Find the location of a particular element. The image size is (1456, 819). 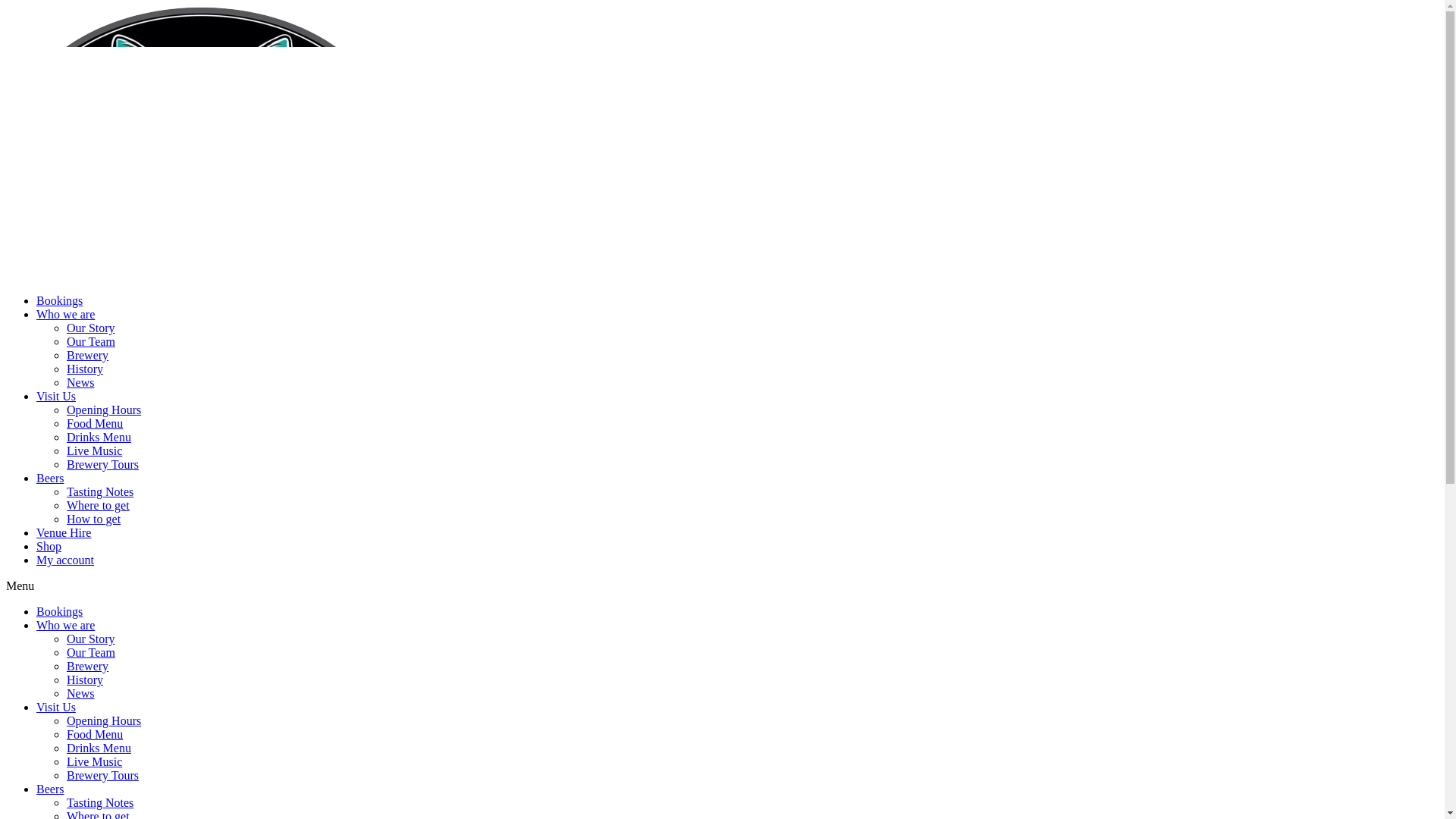

'Visit Us' is located at coordinates (55, 707).